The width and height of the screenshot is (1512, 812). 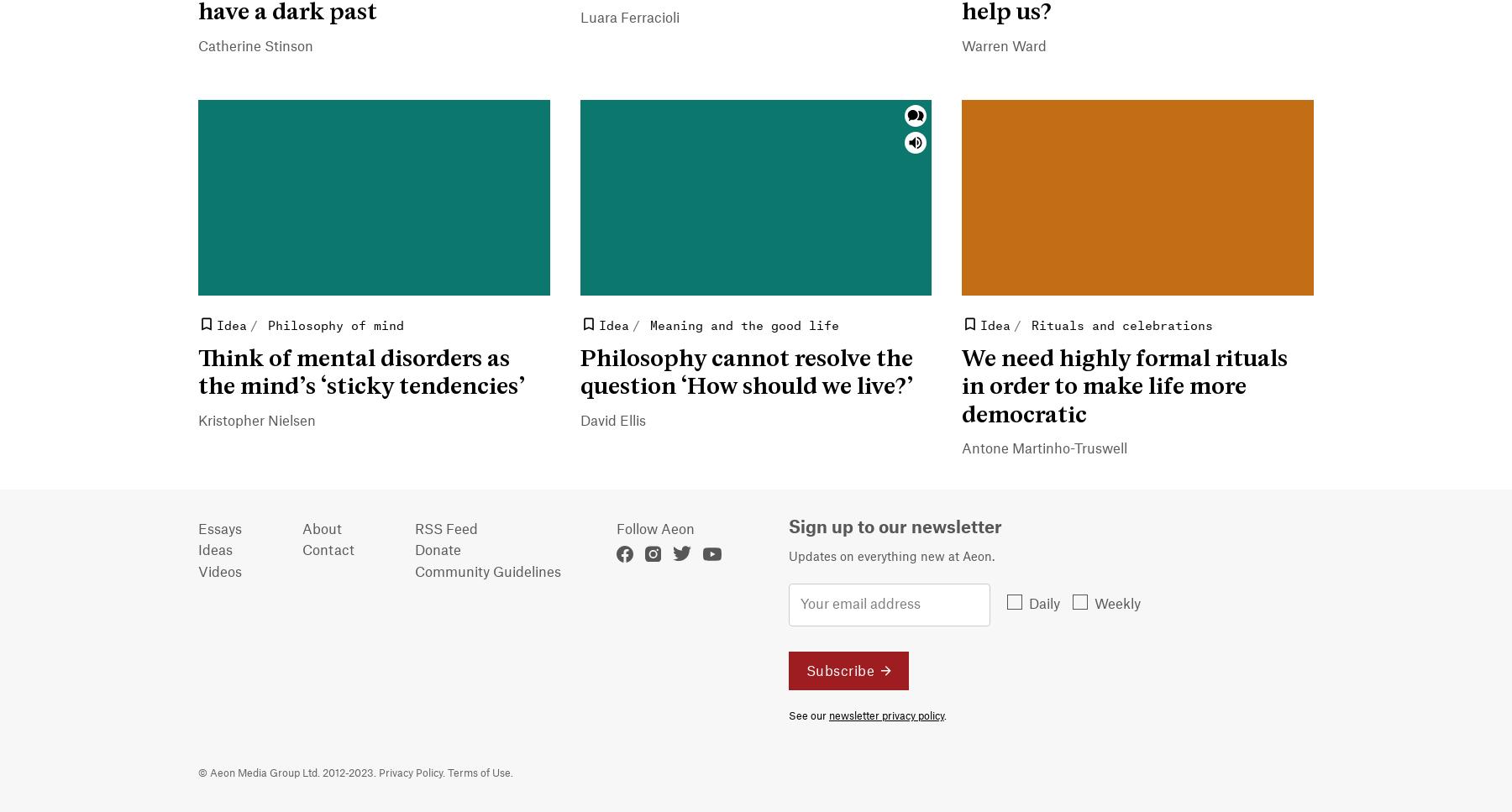 What do you see at coordinates (219, 571) in the screenshot?
I see `'Videos'` at bounding box center [219, 571].